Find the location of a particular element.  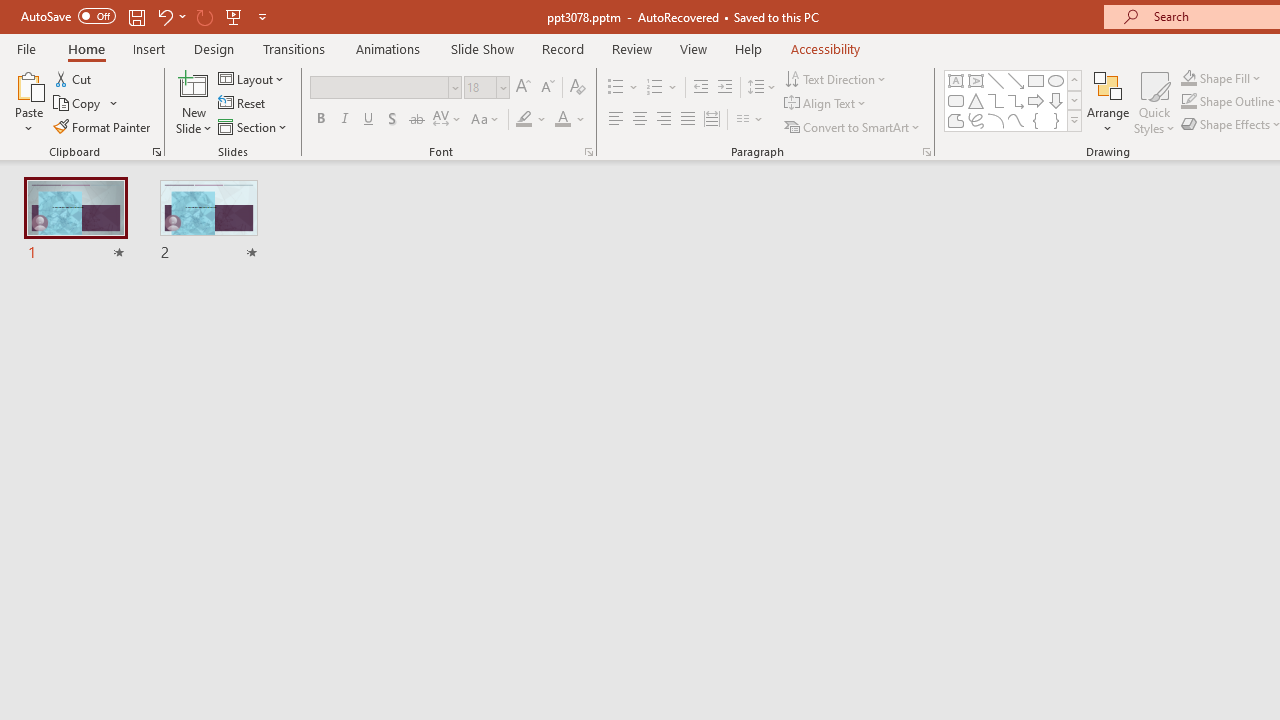

'Text Direction' is located at coordinates (837, 78).